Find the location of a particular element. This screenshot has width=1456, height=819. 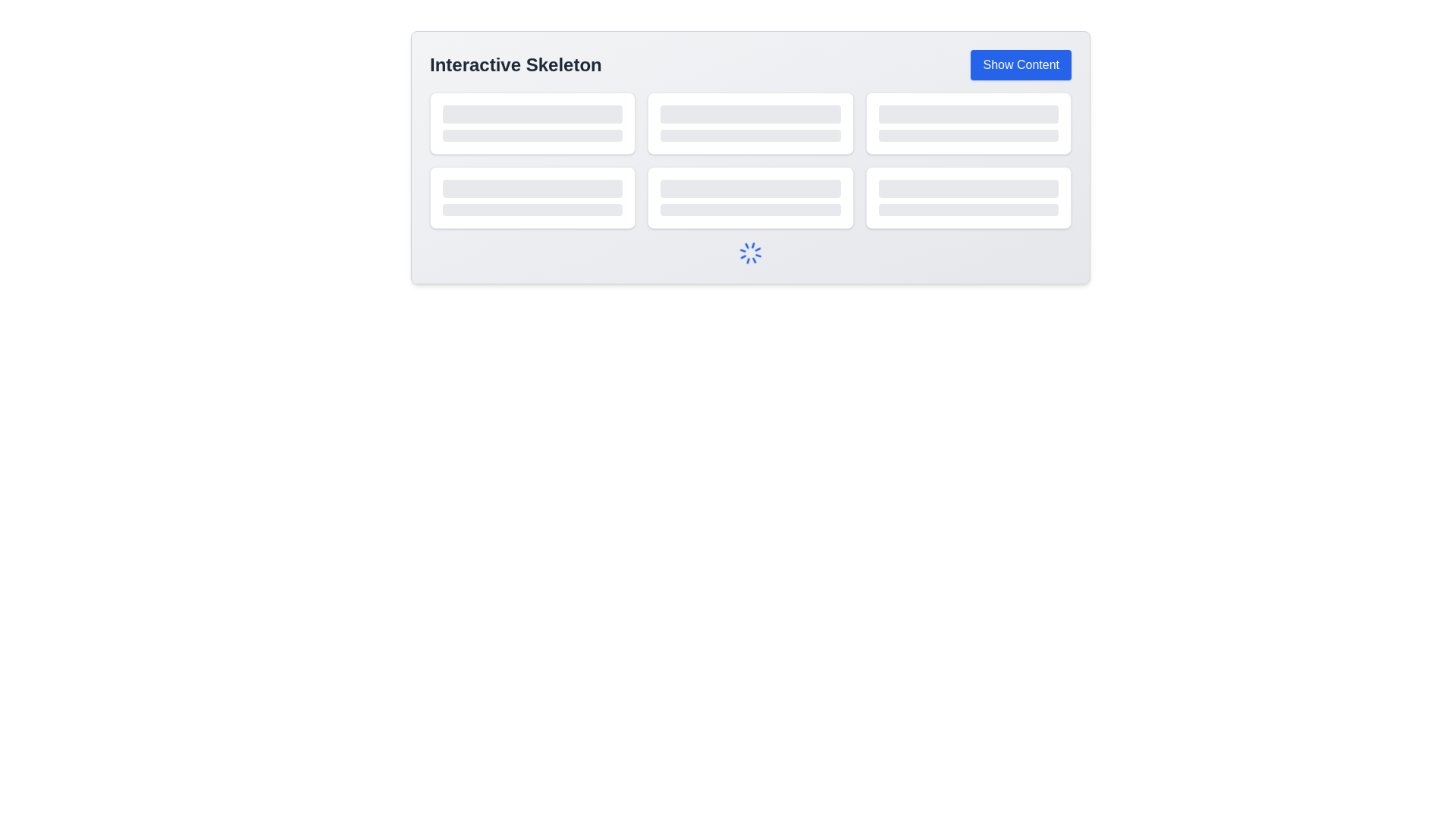

the first horizontal rectangular bar with a gray background and rounded edges, located in the bottom-right corner of the grouped rectangular boxes is located at coordinates (968, 188).